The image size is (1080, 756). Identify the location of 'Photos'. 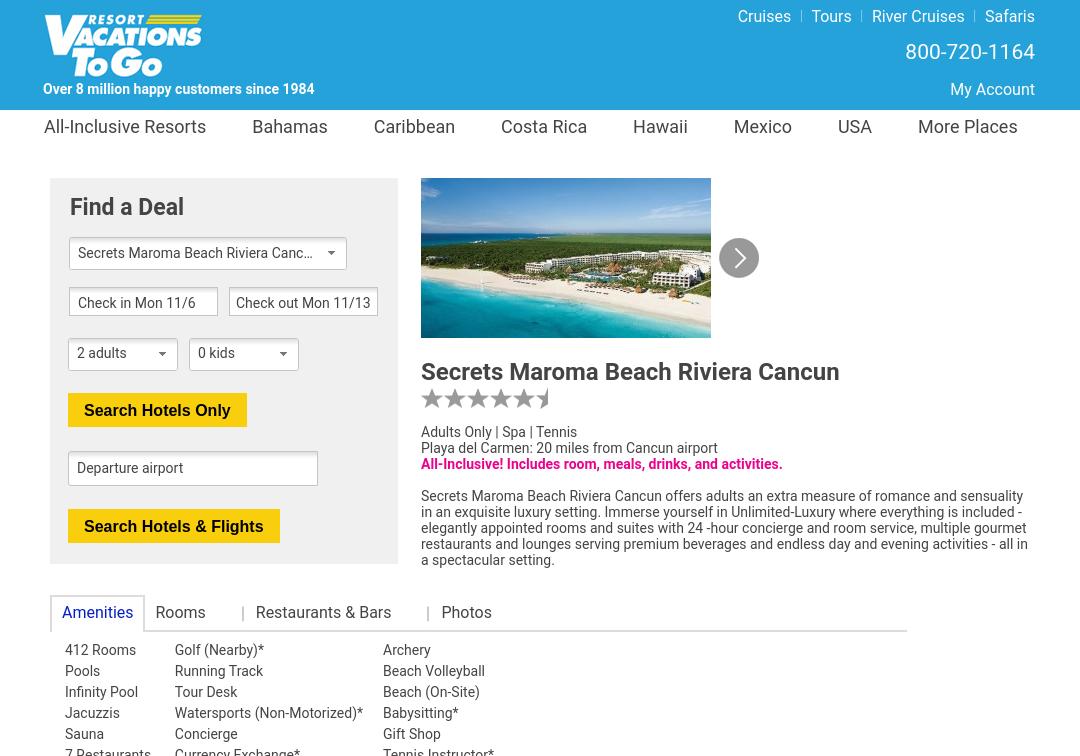
(439, 612).